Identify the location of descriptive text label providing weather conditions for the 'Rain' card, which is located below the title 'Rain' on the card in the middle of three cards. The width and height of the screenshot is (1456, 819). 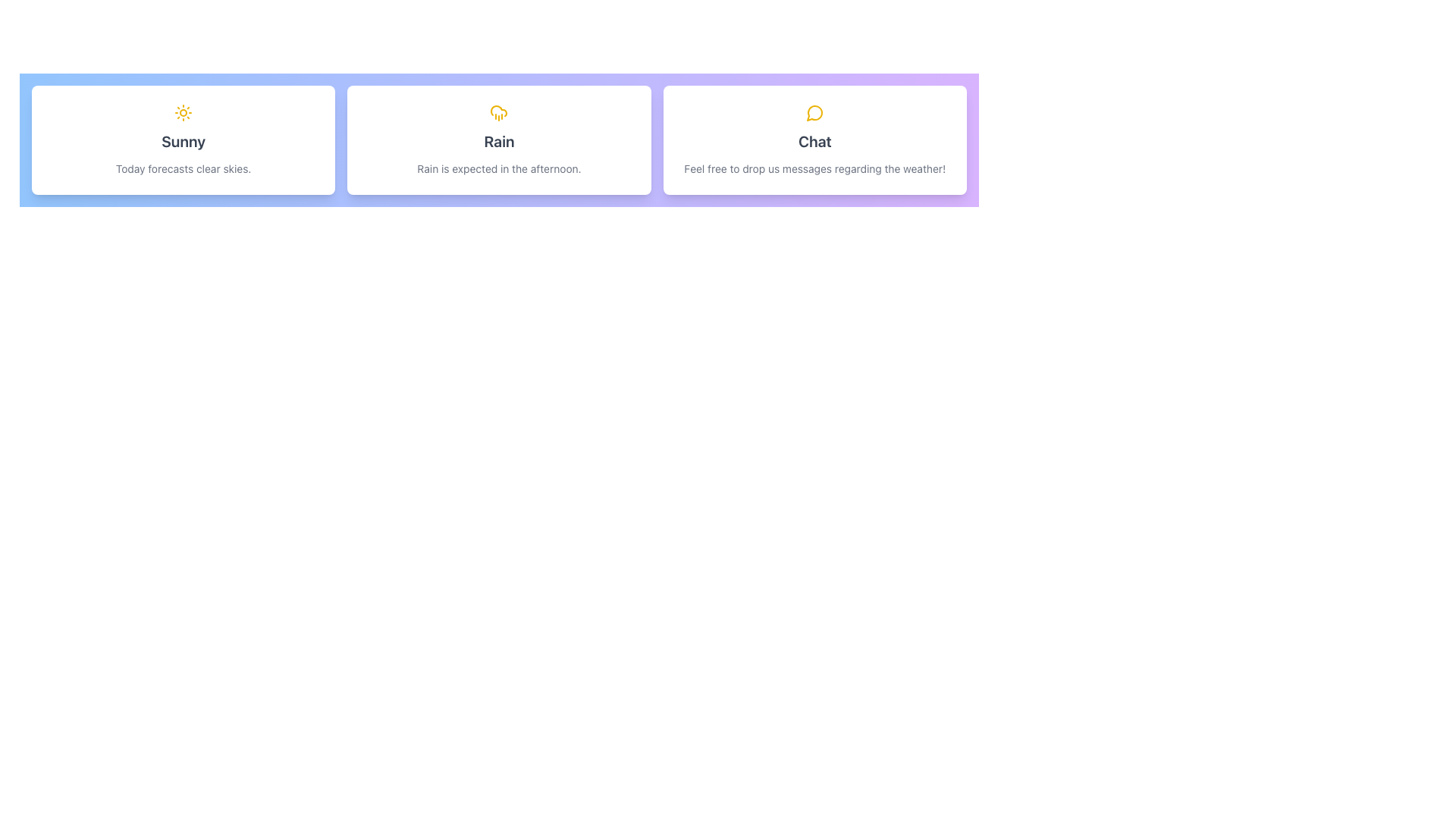
(499, 169).